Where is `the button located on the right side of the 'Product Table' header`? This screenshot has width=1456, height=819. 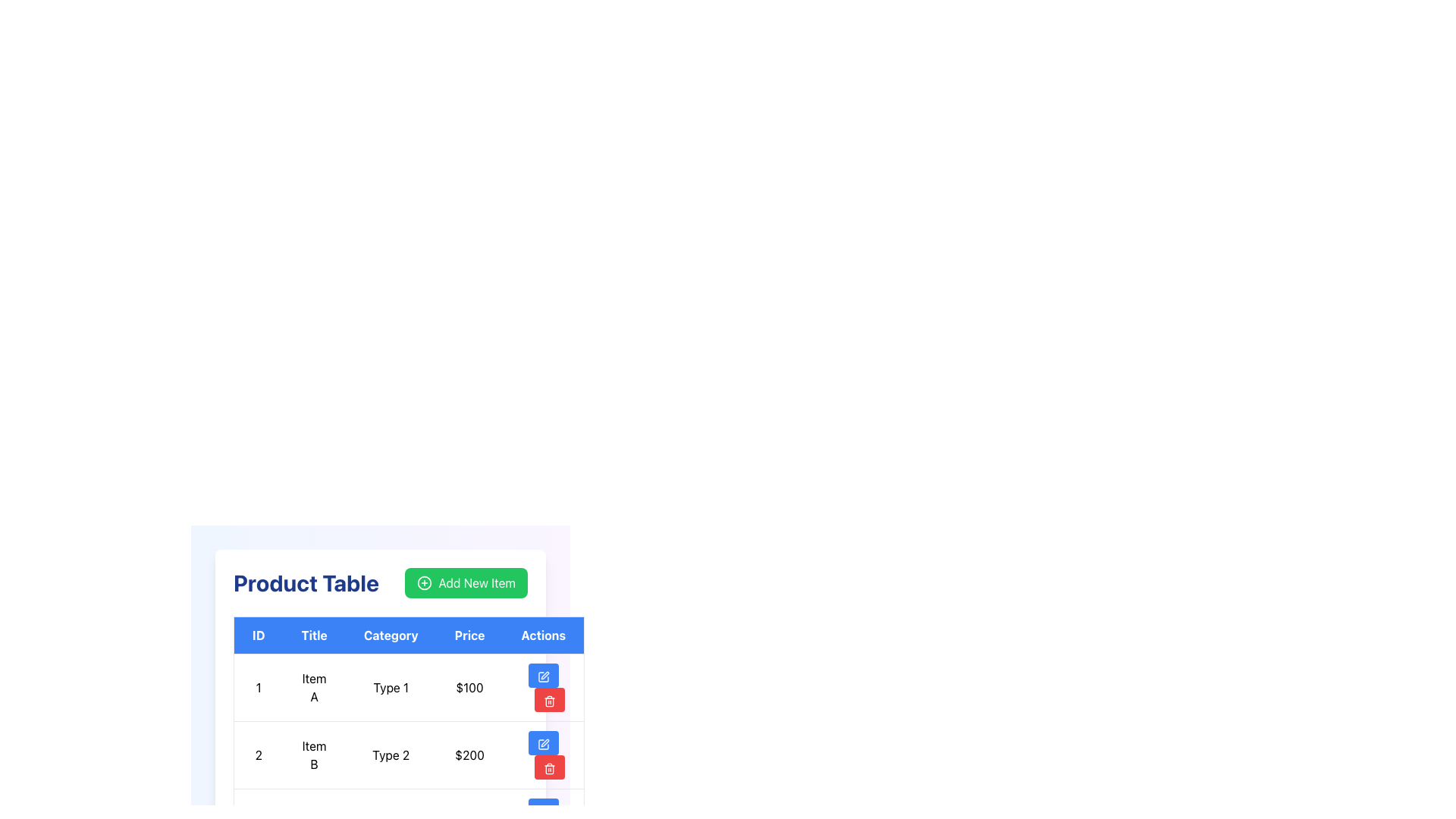 the button located on the right side of the 'Product Table' header is located at coordinates (465, 582).